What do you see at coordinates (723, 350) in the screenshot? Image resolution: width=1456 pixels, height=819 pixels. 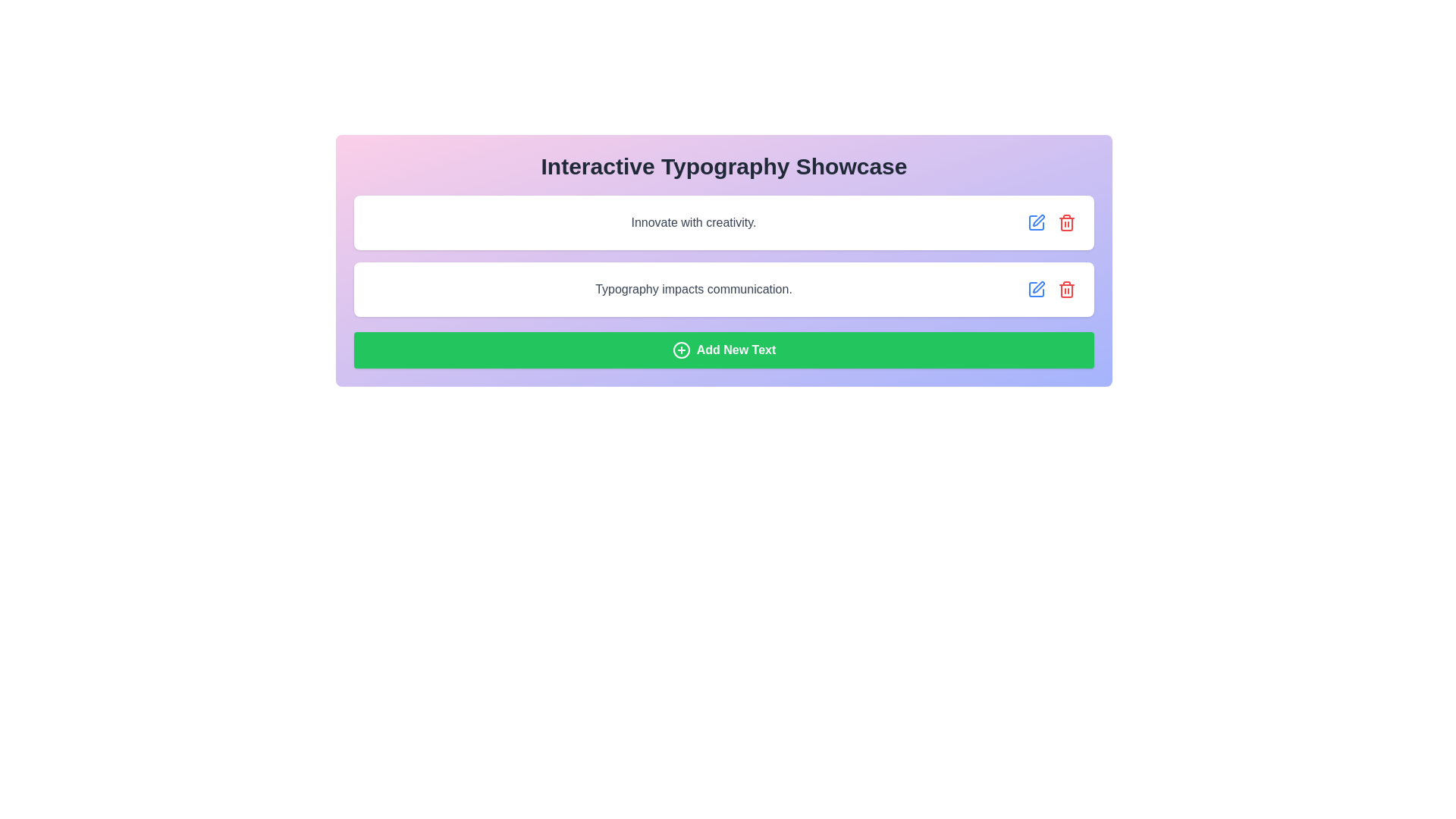 I see `the green rectangular button with rounded corners and bold white text reading 'Add New Text'` at bounding box center [723, 350].